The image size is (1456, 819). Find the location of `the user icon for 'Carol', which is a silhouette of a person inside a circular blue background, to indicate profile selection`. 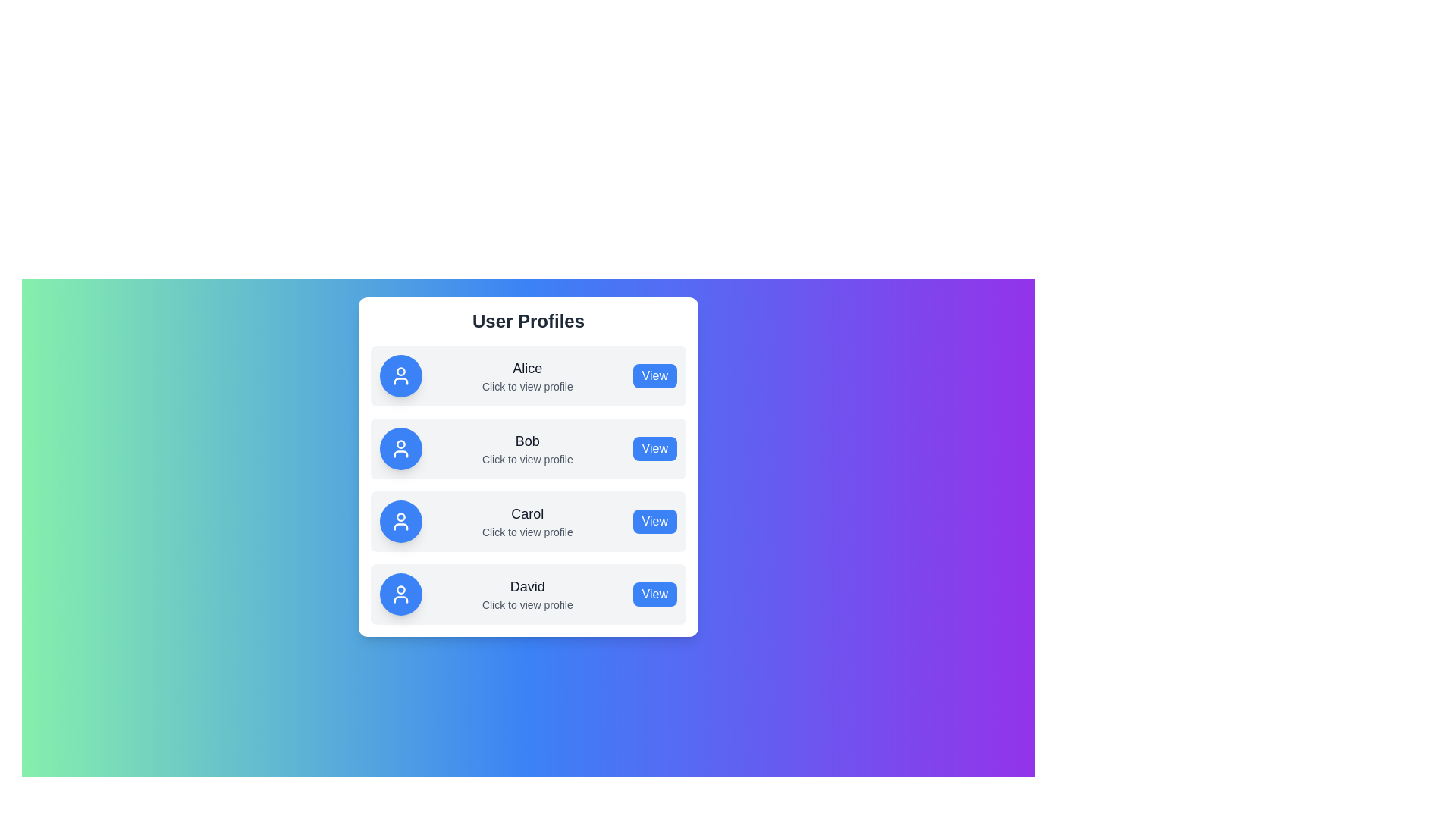

the user icon for 'Carol', which is a silhouette of a person inside a circular blue background, to indicate profile selection is located at coordinates (400, 520).